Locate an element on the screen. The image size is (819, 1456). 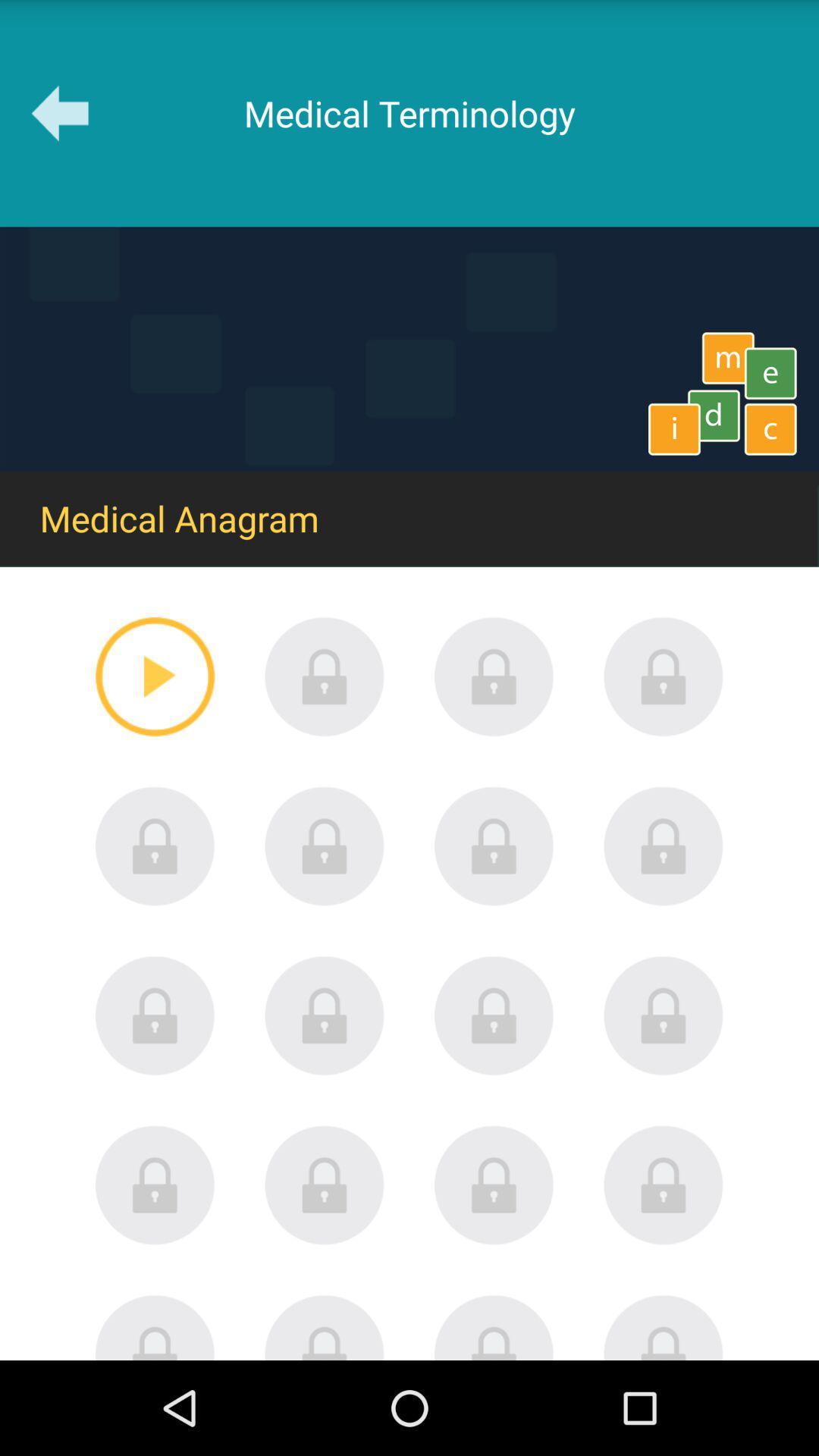
locked option is located at coordinates (155, 1326).